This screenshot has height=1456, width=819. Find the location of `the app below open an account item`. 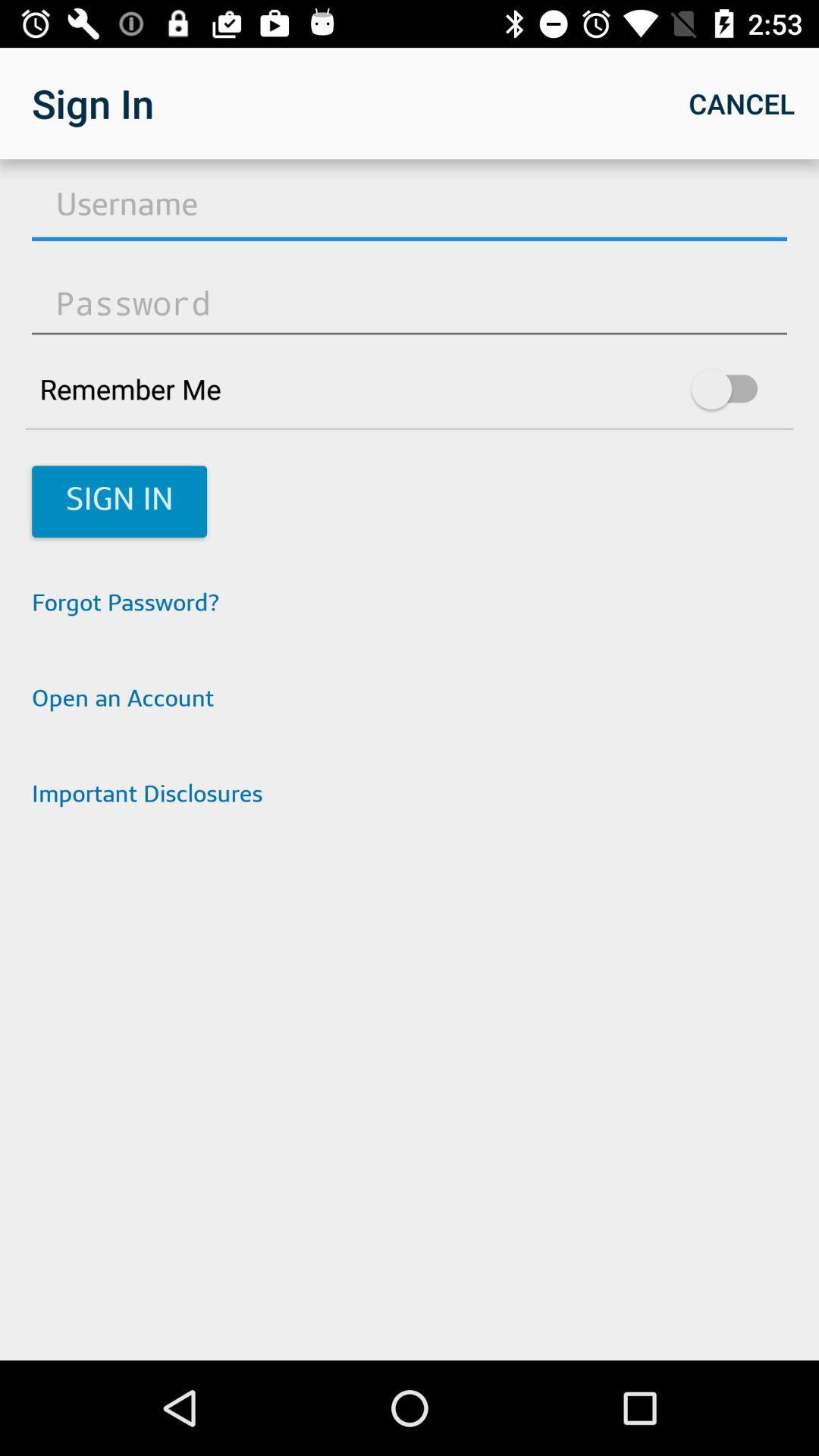

the app below open an account item is located at coordinates (409, 795).